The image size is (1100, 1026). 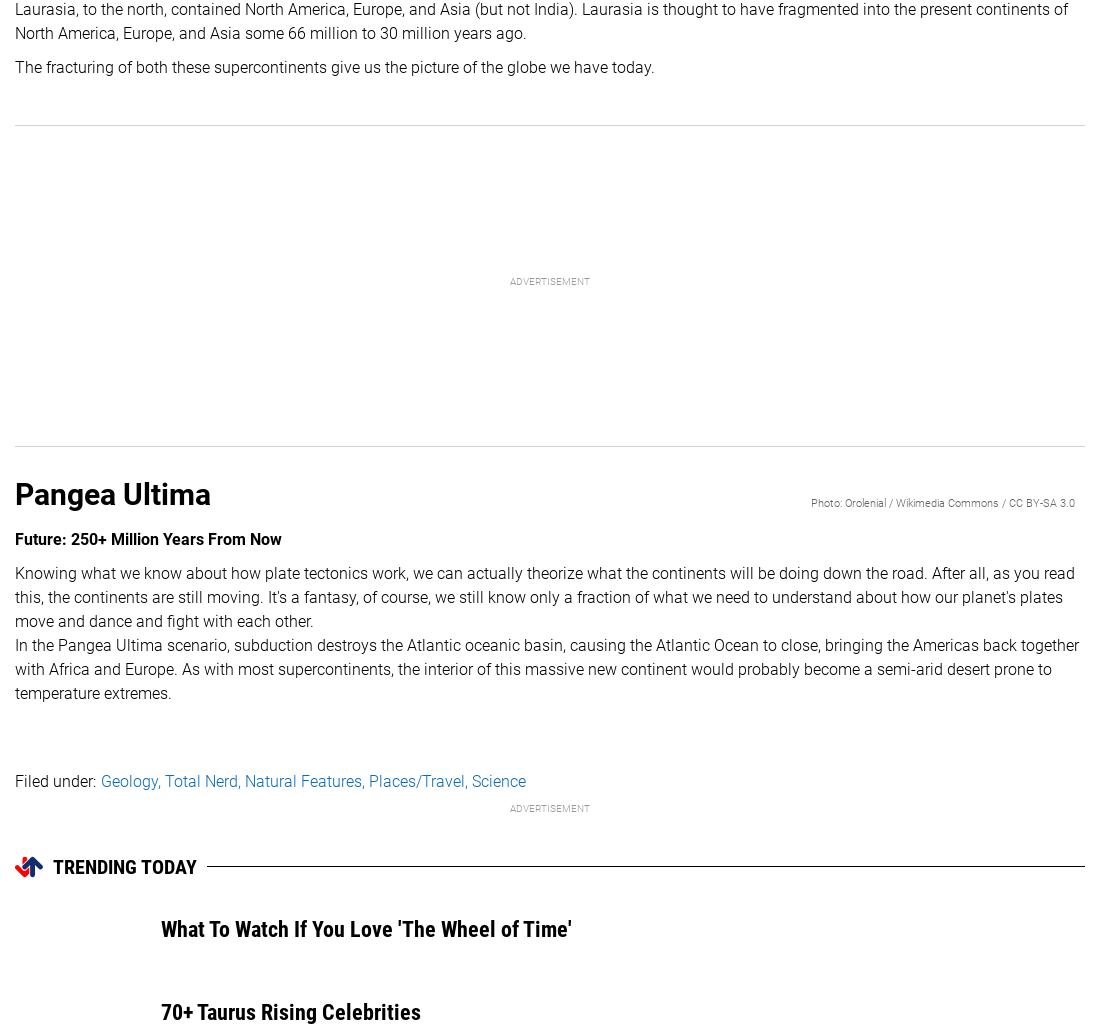 What do you see at coordinates (244, 779) in the screenshot?
I see `'Natural Features'` at bounding box center [244, 779].